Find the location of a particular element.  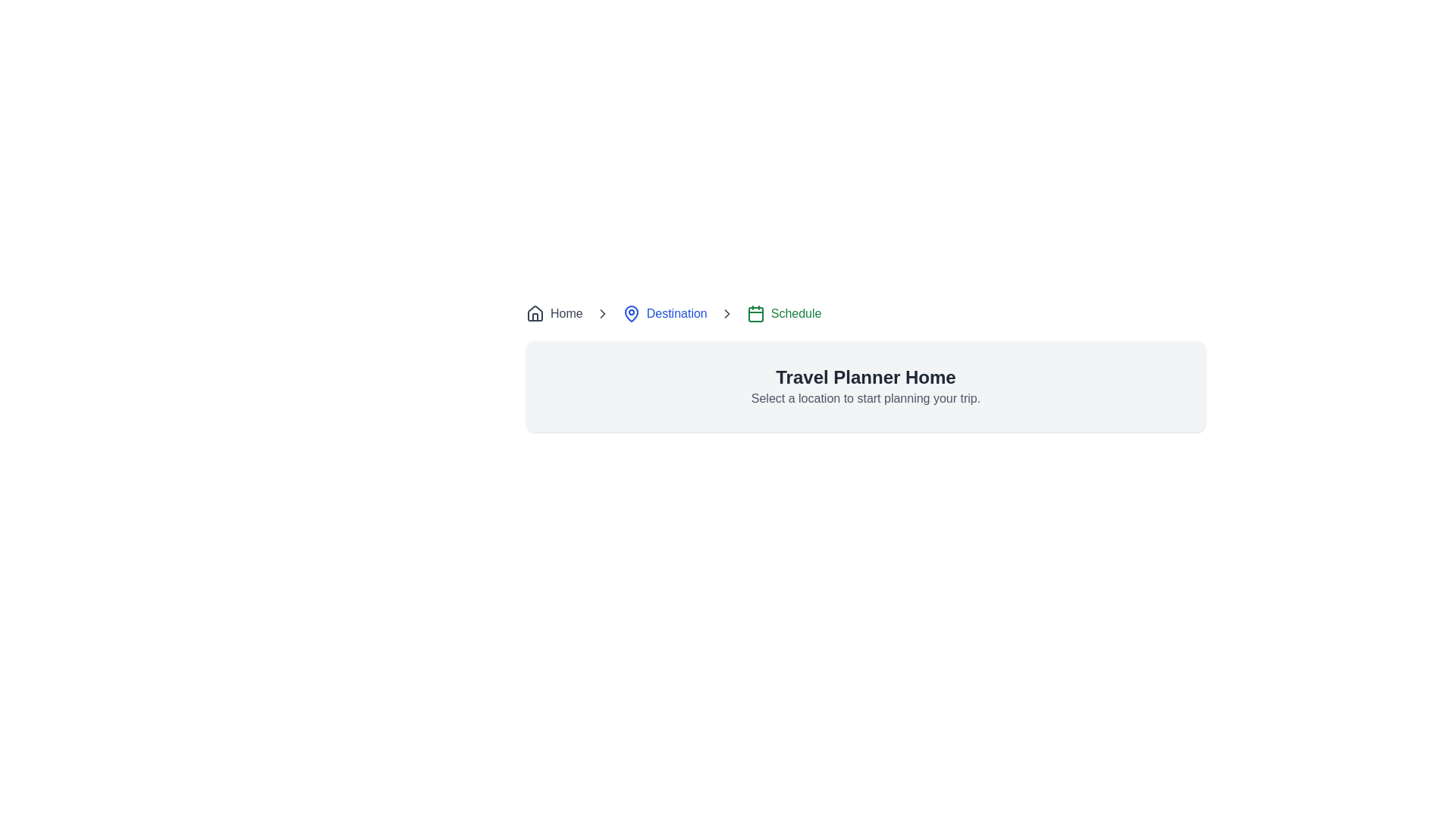

the non-interactive green outlined calendar icon in the breadcrumb navigation bar, which is positioned to the immediate left of the 'Schedule' text is located at coordinates (755, 312).